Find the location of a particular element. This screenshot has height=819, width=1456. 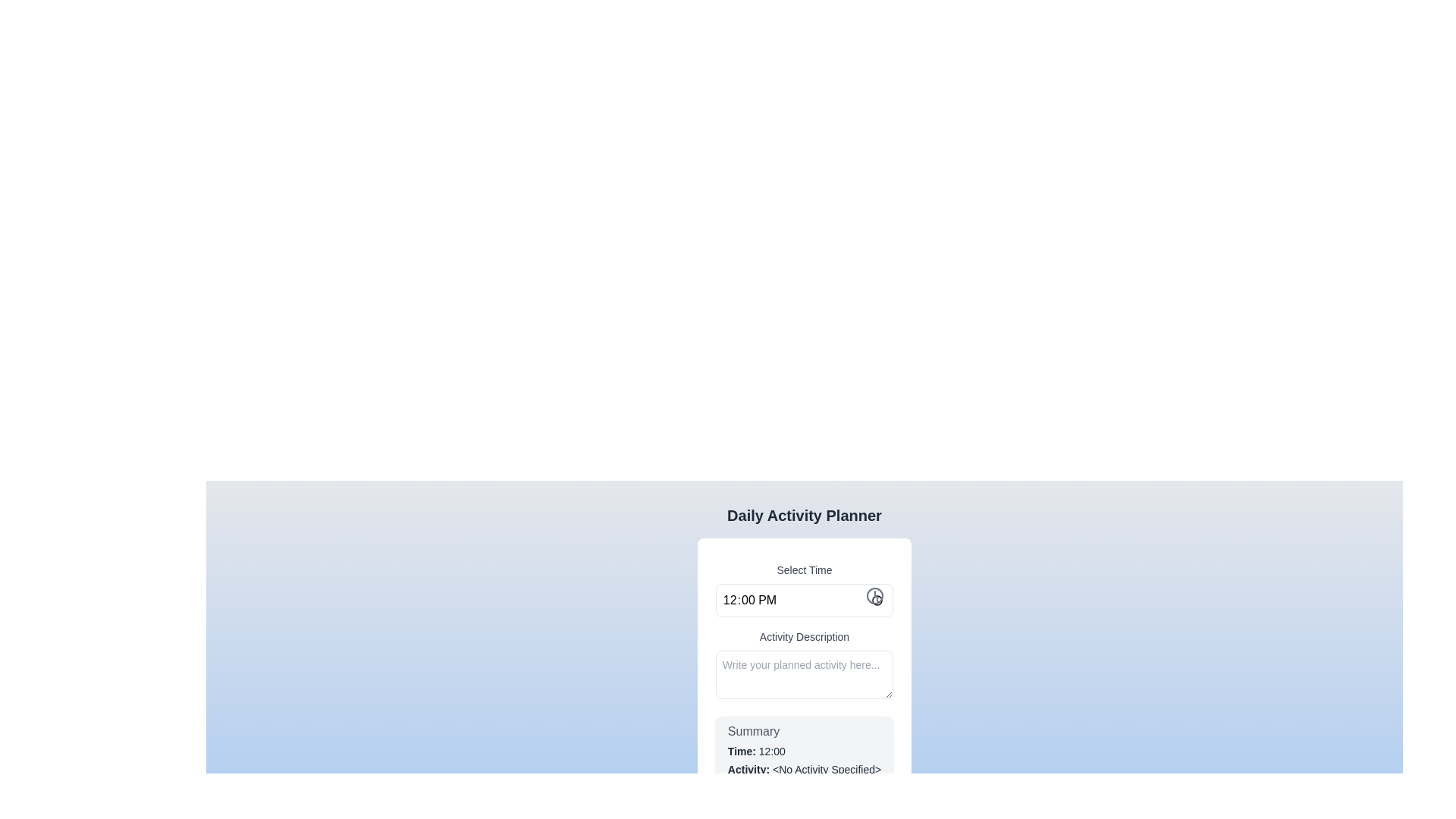

the label displaying 'Activity:' which is located in the summary section before the text '<No Activity Specified>' is located at coordinates (750, 769).